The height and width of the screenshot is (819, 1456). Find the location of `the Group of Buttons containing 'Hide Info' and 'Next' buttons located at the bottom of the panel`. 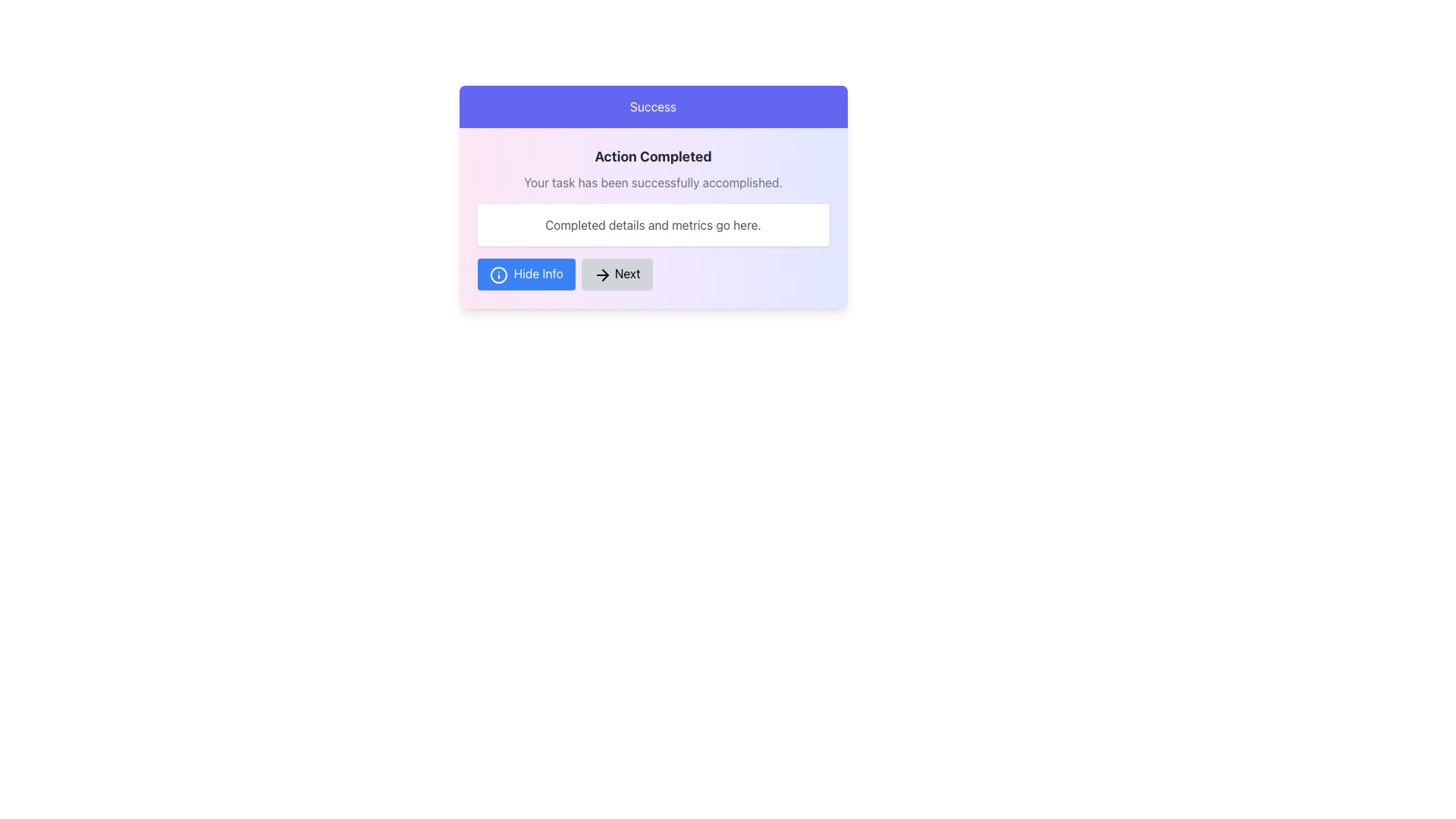

the Group of Buttons containing 'Hide Info' and 'Next' buttons located at the bottom of the panel is located at coordinates (653, 274).